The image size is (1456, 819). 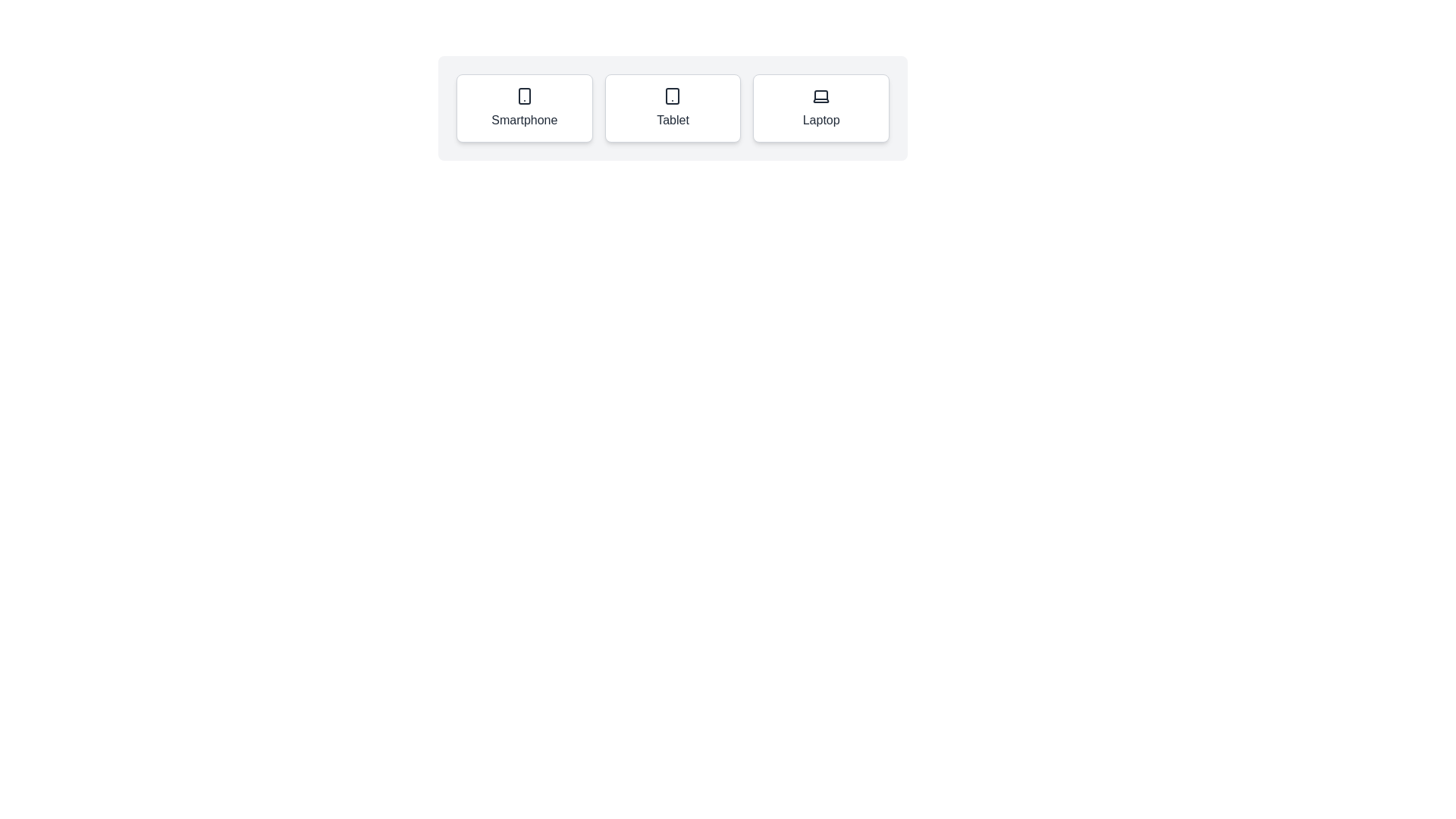 I want to click on the Smartphone chip to select it, so click(x=524, y=107).